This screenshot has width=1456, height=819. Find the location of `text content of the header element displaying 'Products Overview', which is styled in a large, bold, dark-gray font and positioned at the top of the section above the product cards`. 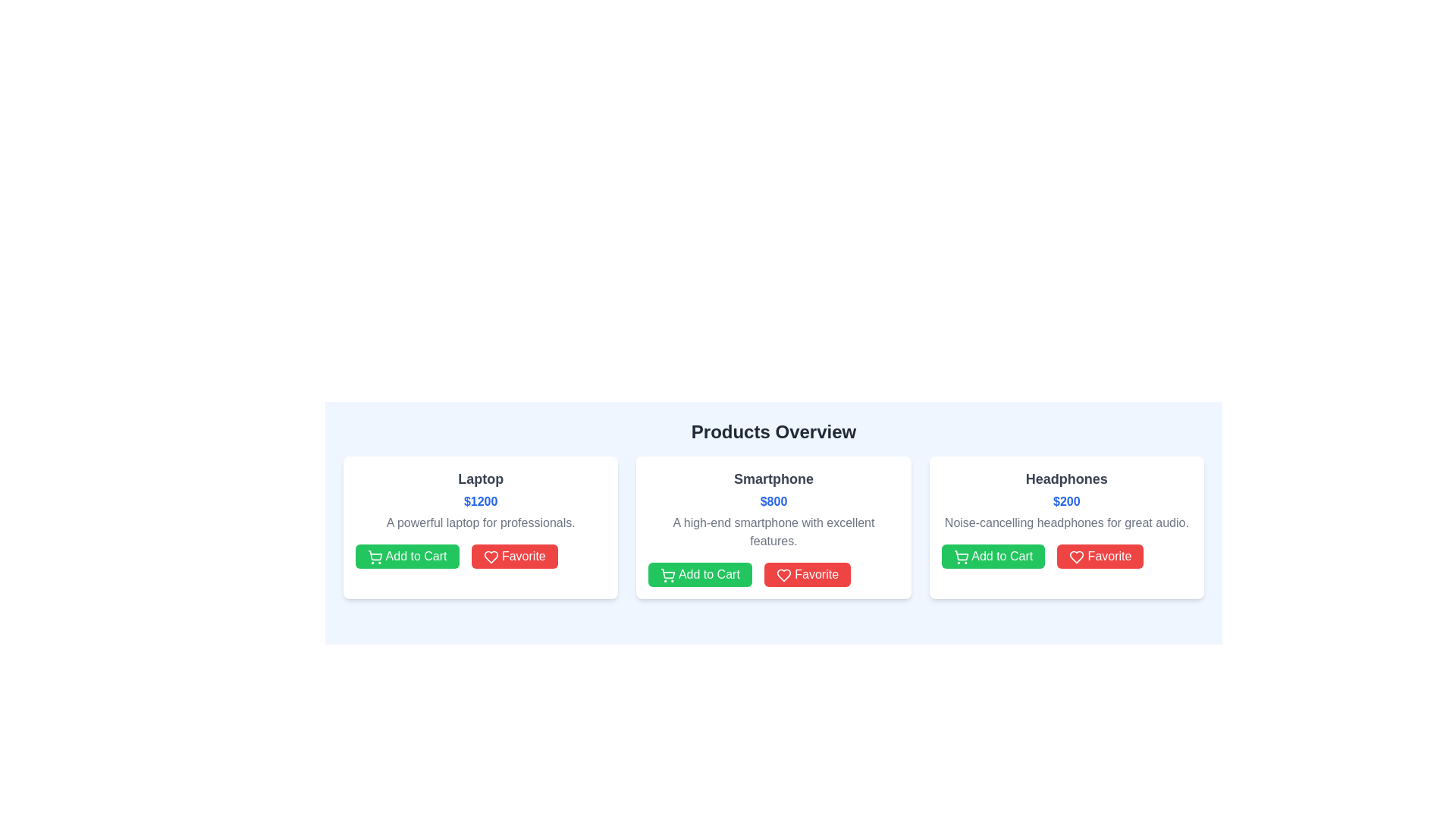

text content of the header element displaying 'Products Overview', which is styled in a large, bold, dark-gray font and positioned at the top of the section above the product cards is located at coordinates (773, 432).